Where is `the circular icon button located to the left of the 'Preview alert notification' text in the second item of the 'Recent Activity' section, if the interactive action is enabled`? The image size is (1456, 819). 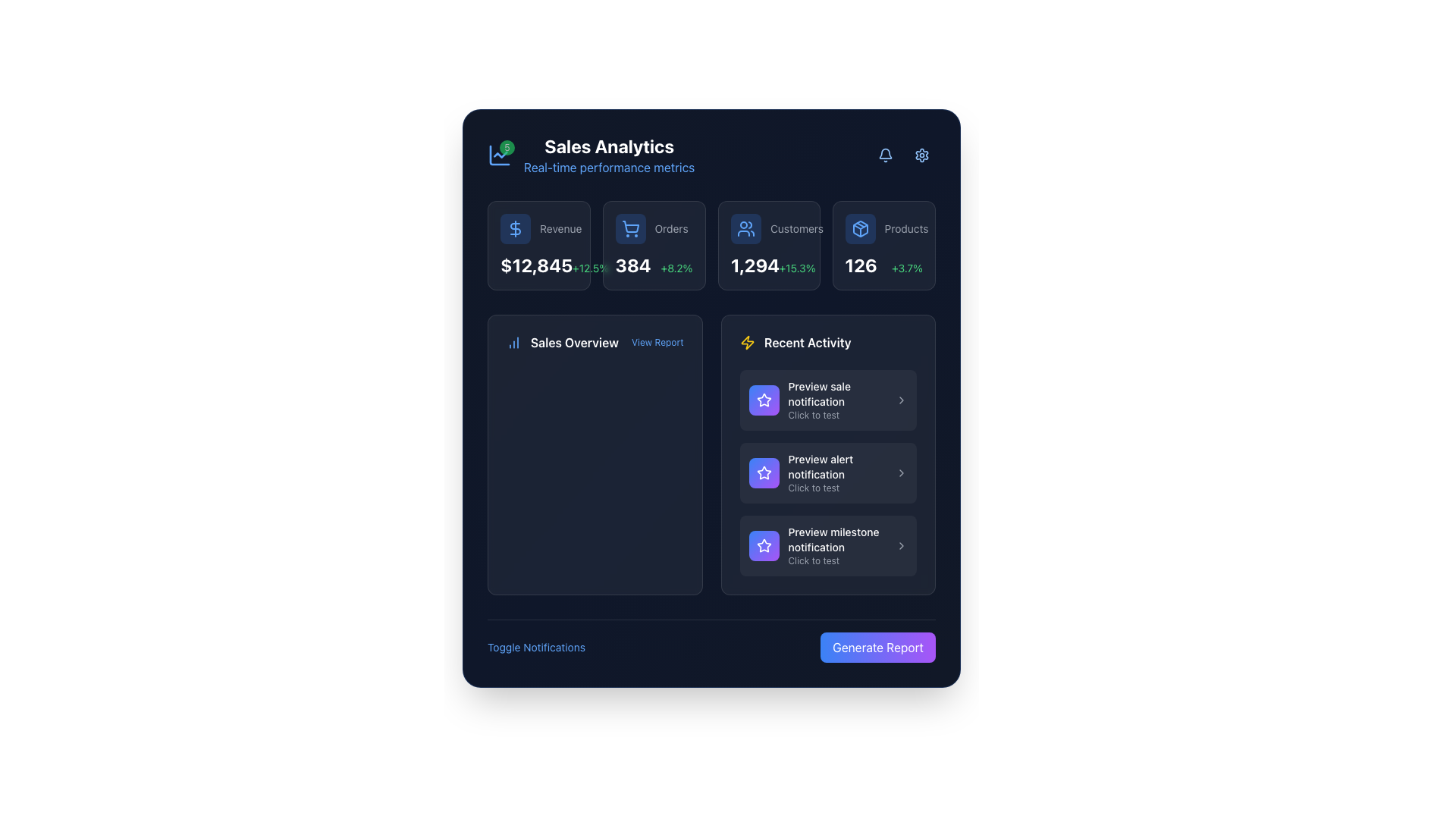 the circular icon button located to the left of the 'Preview alert notification' text in the second item of the 'Recent Activity' section, if the interactive action is enabled is located at coordinates (764, 472).